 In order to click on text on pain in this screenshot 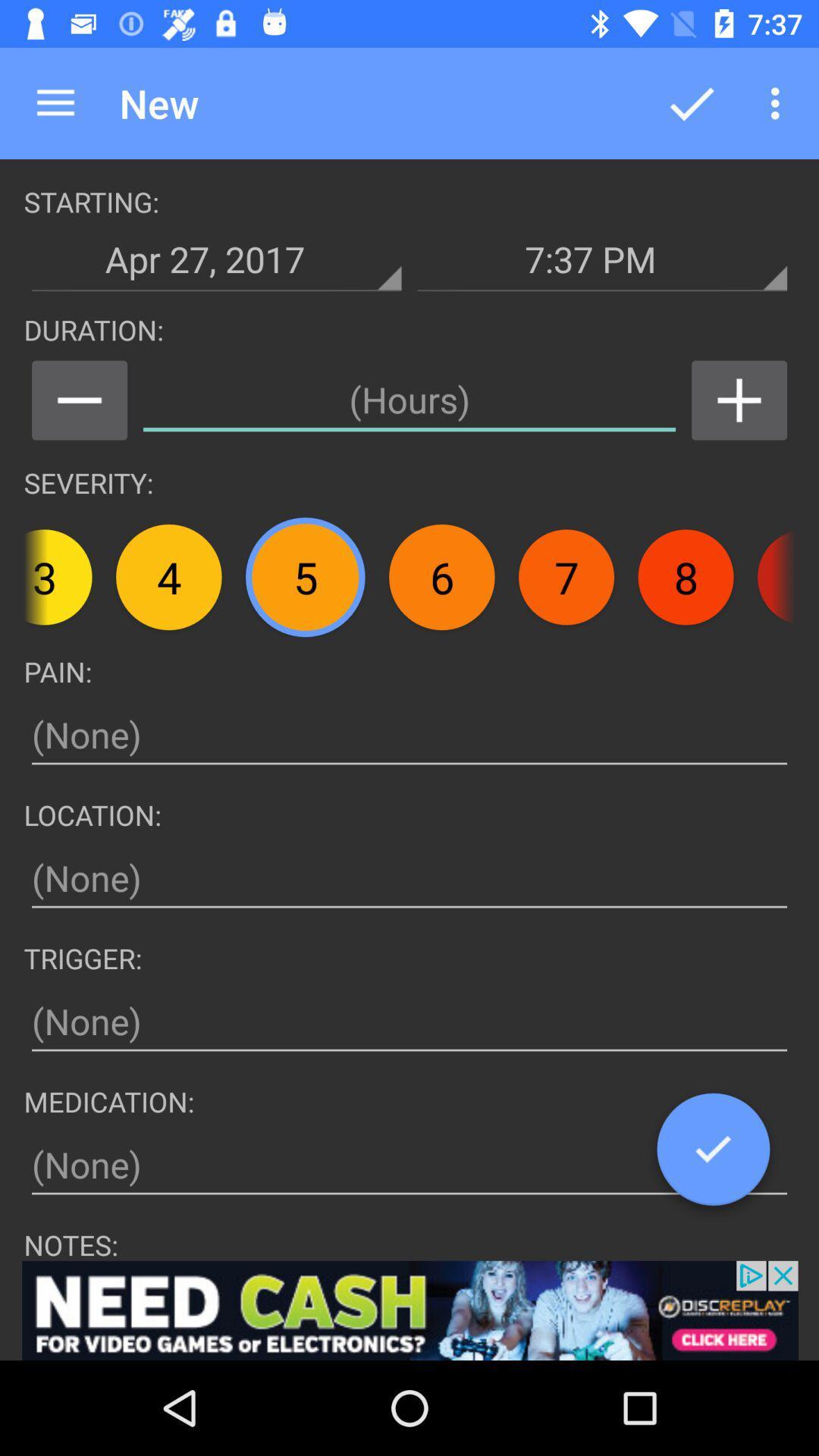, I will do `click(409, 735)`.